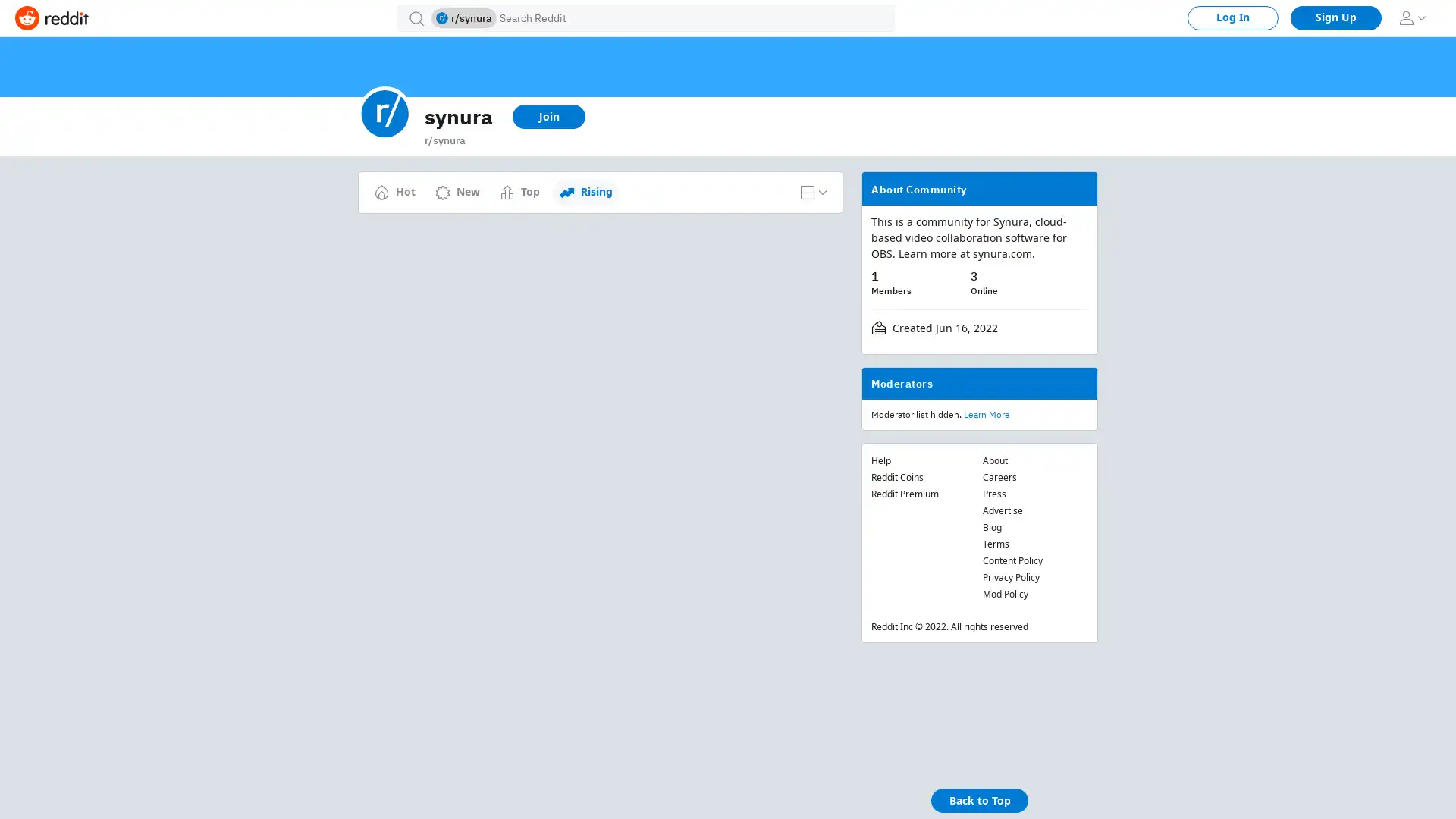  What do you see at coordinates (979, 800) in the screenshot?
I see `Back to Top` at bounding box center [979, 800].